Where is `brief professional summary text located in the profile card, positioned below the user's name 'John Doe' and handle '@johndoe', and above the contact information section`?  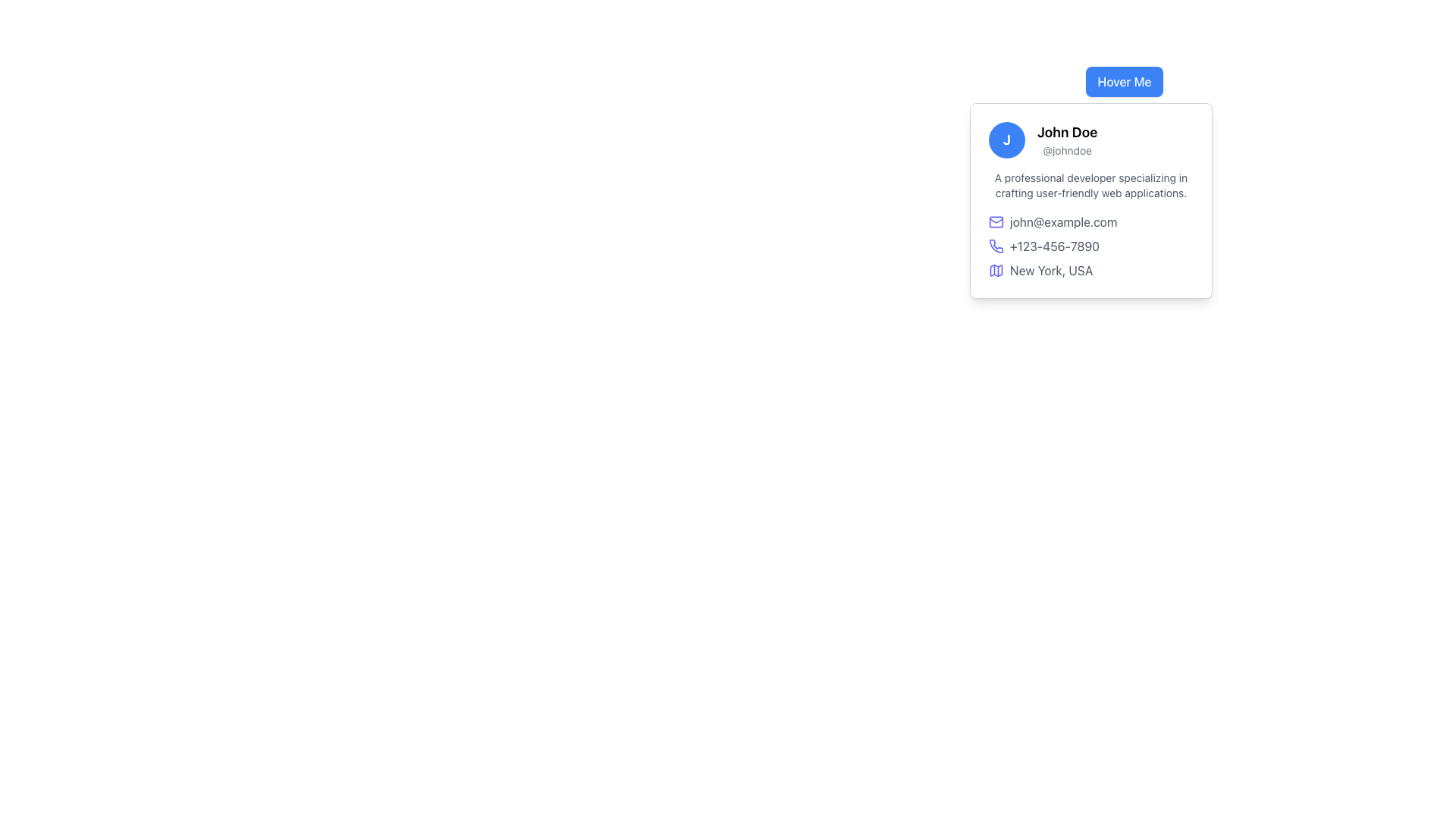 brief professional summary text located in the profile card, positioned below the user's name 'John Doe' and handle '@johndoe', and above the contact information section is located at coordinates (1090, 185).